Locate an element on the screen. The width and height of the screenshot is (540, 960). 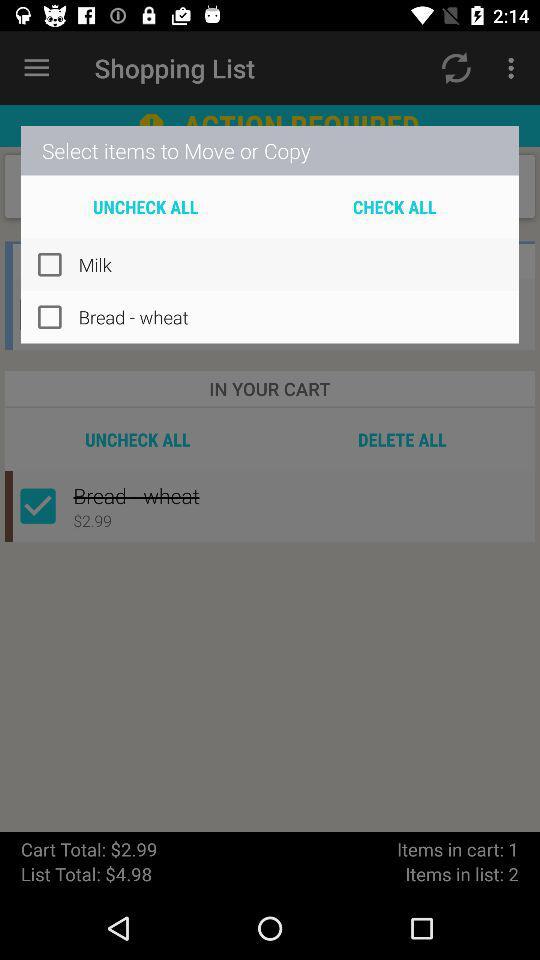
item below the select items to is located at coordinates (144, 206).